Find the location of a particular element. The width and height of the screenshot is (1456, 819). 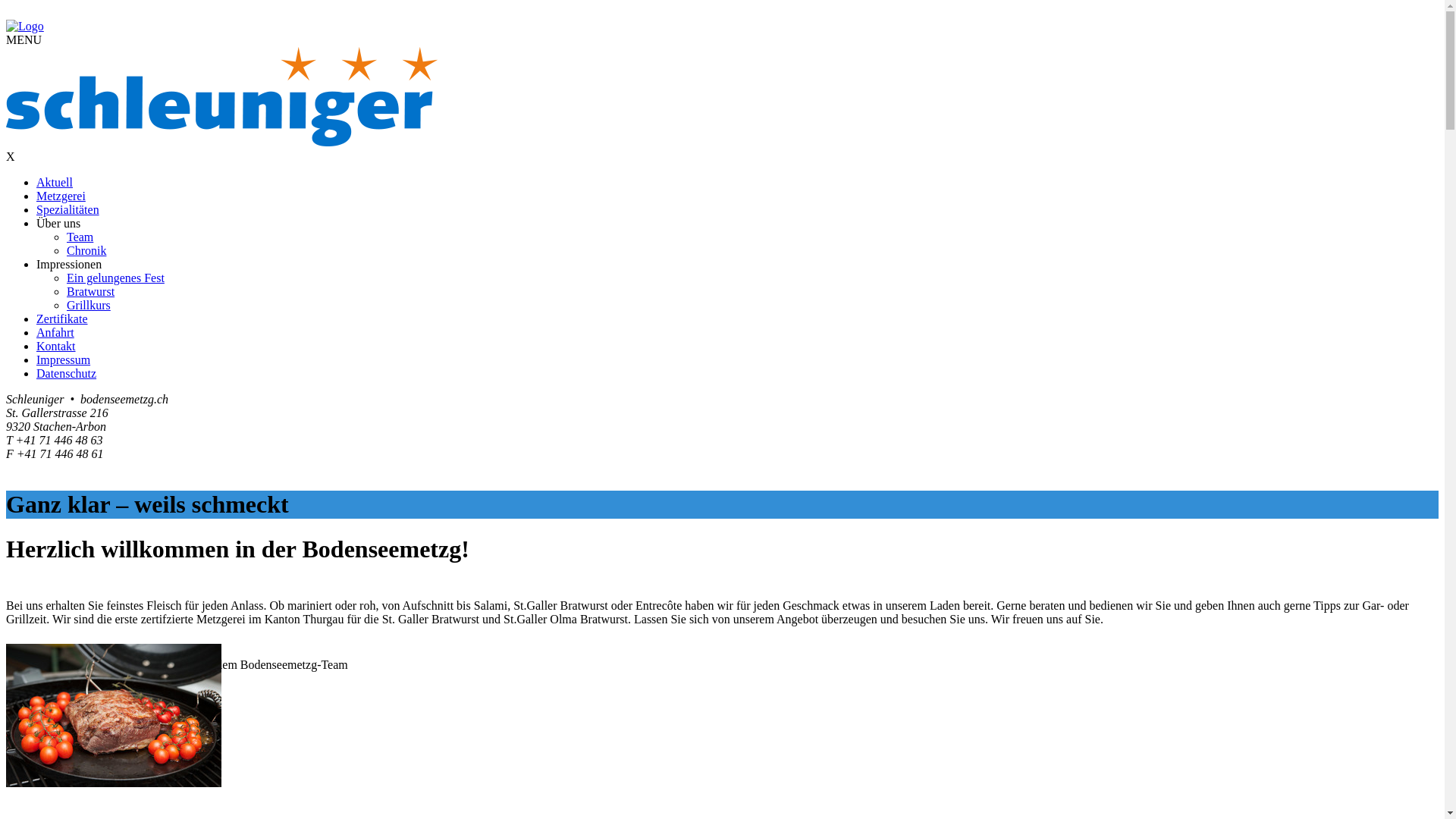

'Team' is located at coordinates (79, 237).